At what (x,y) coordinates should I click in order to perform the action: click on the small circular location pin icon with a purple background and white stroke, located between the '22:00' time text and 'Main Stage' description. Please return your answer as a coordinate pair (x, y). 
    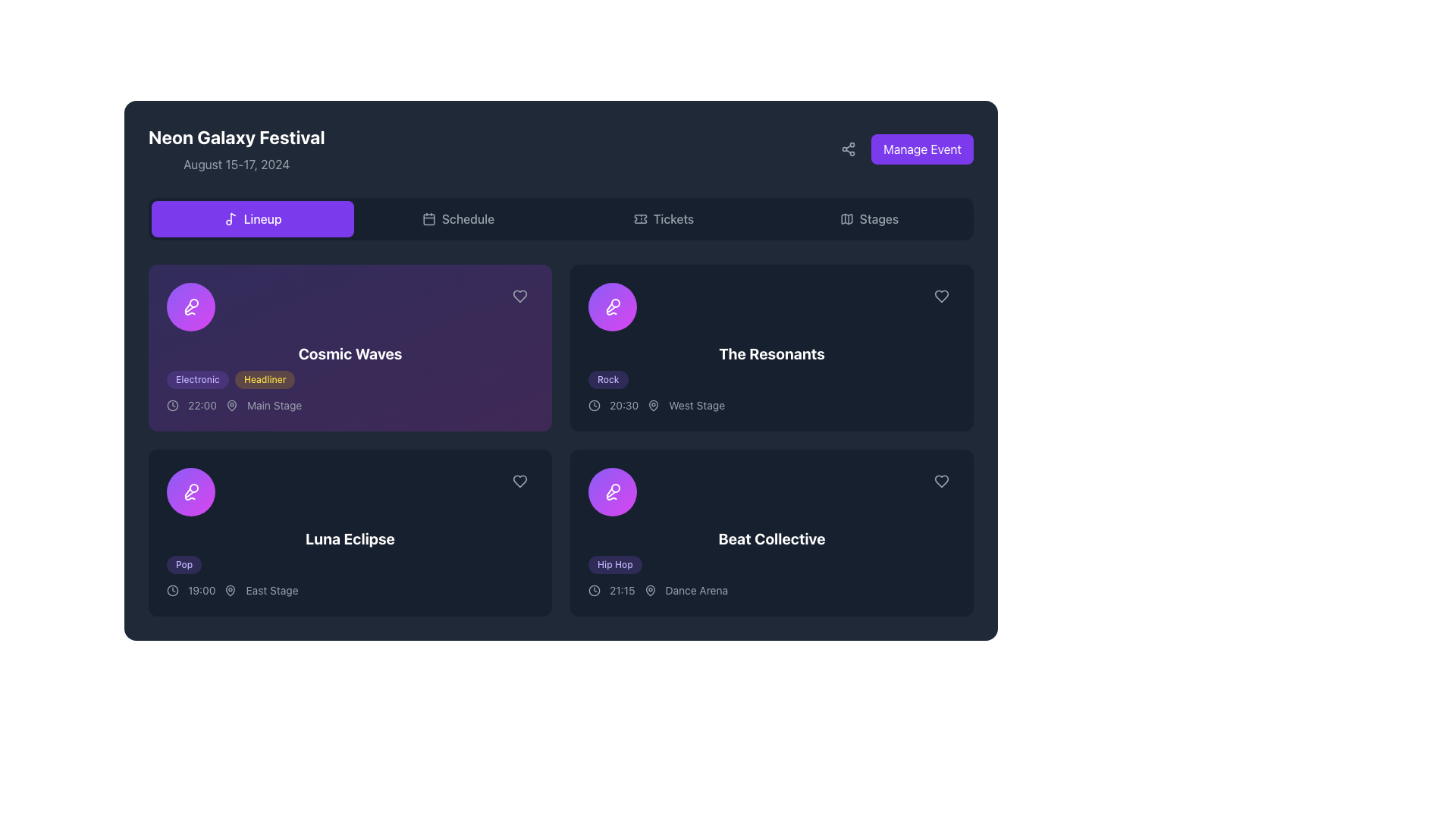
    Looking at the image, I should click on (231, 405).